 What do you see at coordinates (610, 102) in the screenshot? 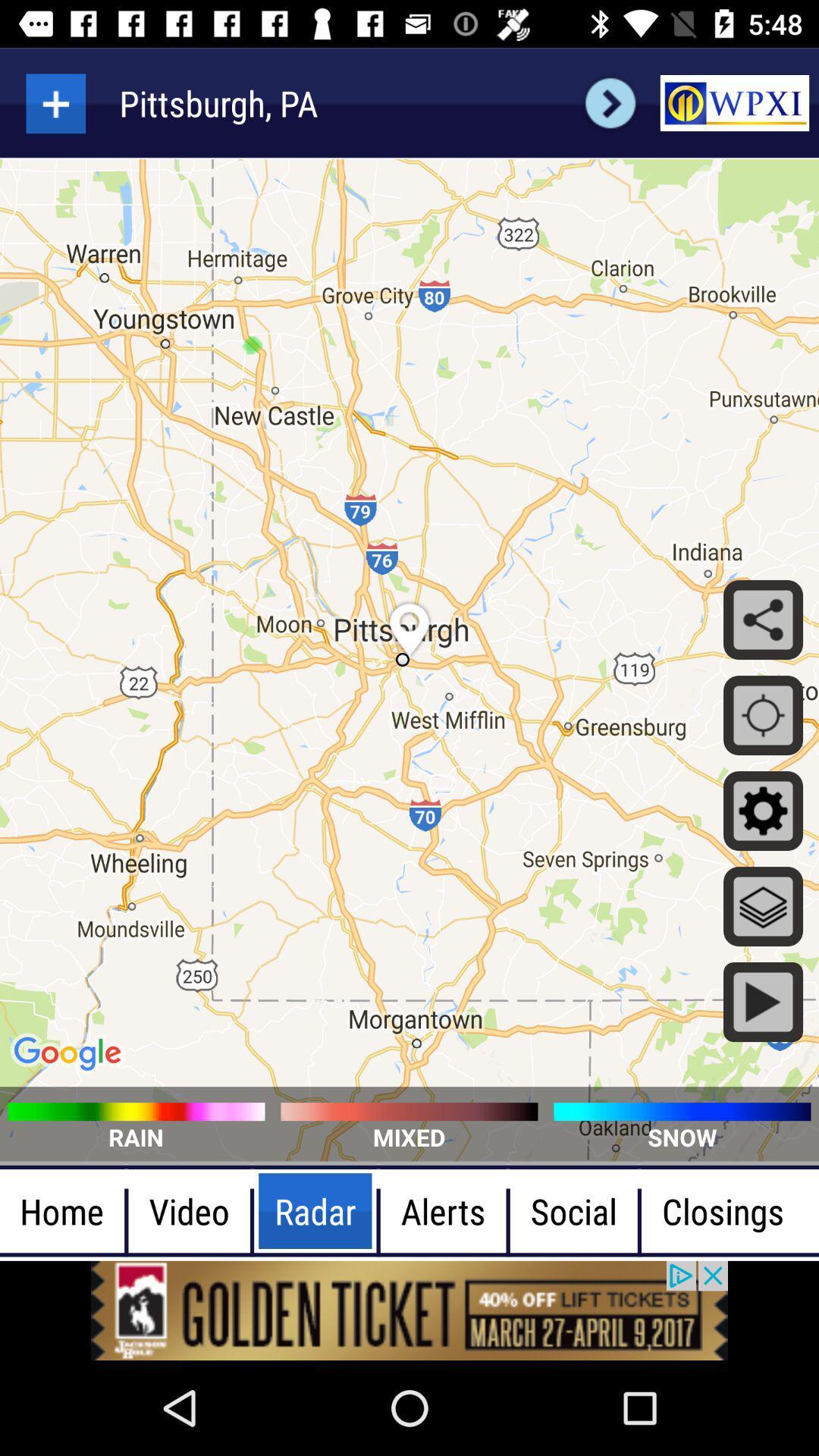
I see `the arrow_forward icon` at bounding box center [610, 102].